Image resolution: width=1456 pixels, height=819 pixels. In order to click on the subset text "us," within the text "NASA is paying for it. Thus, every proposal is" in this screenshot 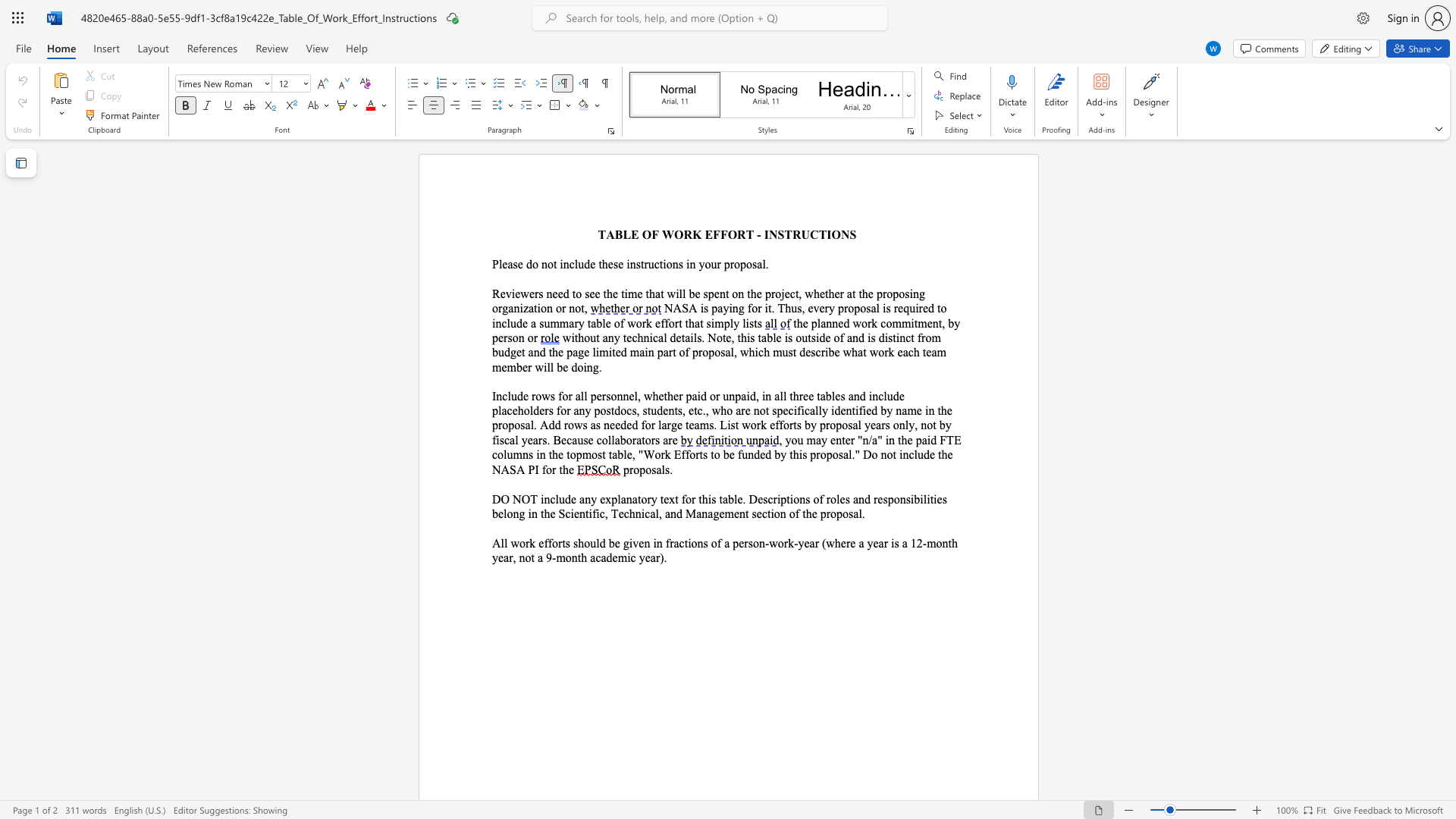, I will do `click(790, 307)`.